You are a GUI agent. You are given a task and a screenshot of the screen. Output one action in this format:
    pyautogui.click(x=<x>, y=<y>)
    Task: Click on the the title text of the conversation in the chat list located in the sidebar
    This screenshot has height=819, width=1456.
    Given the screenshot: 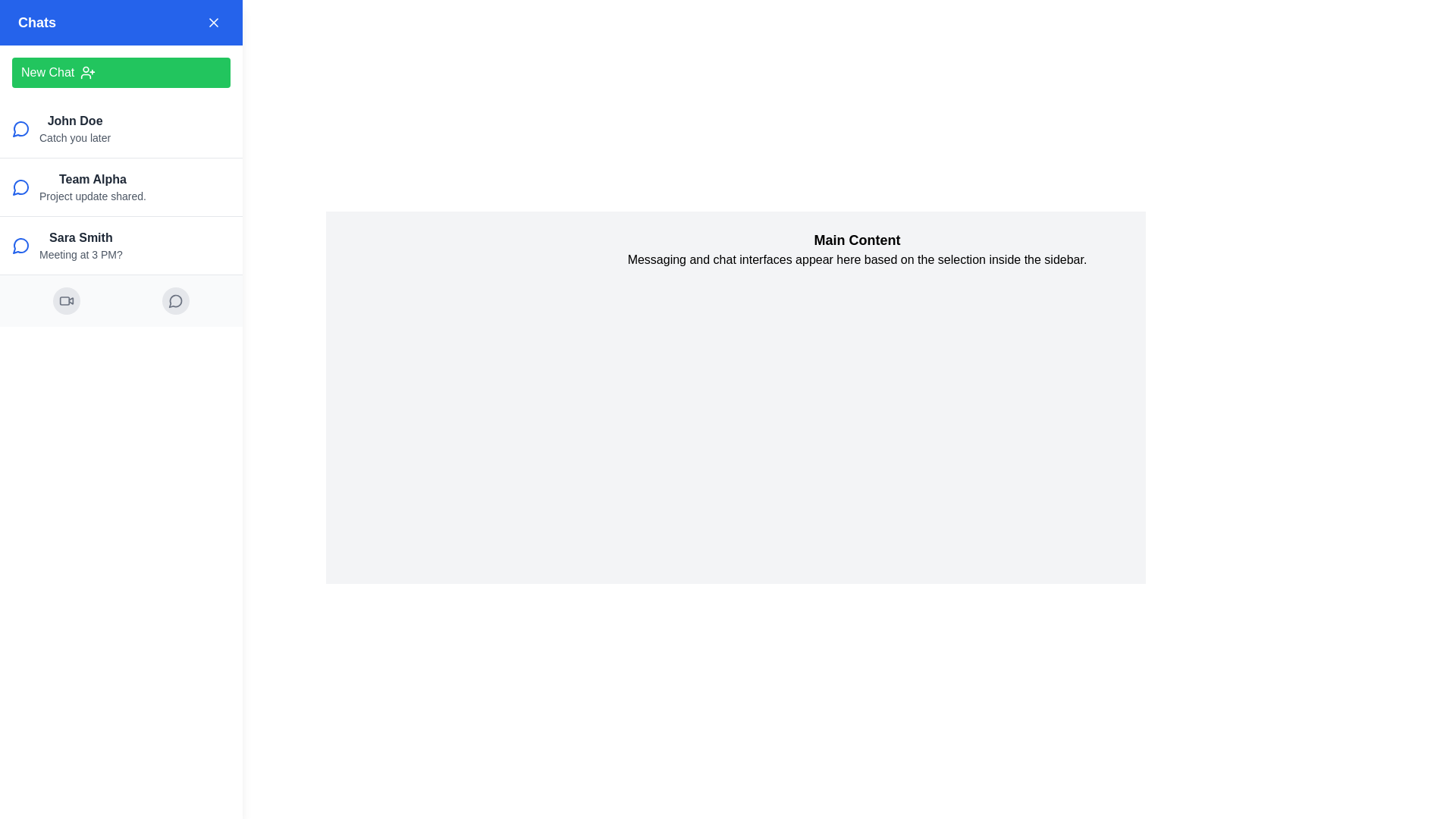 What is the action you would take?
    pyautogui.click(x=91, y=178)
    